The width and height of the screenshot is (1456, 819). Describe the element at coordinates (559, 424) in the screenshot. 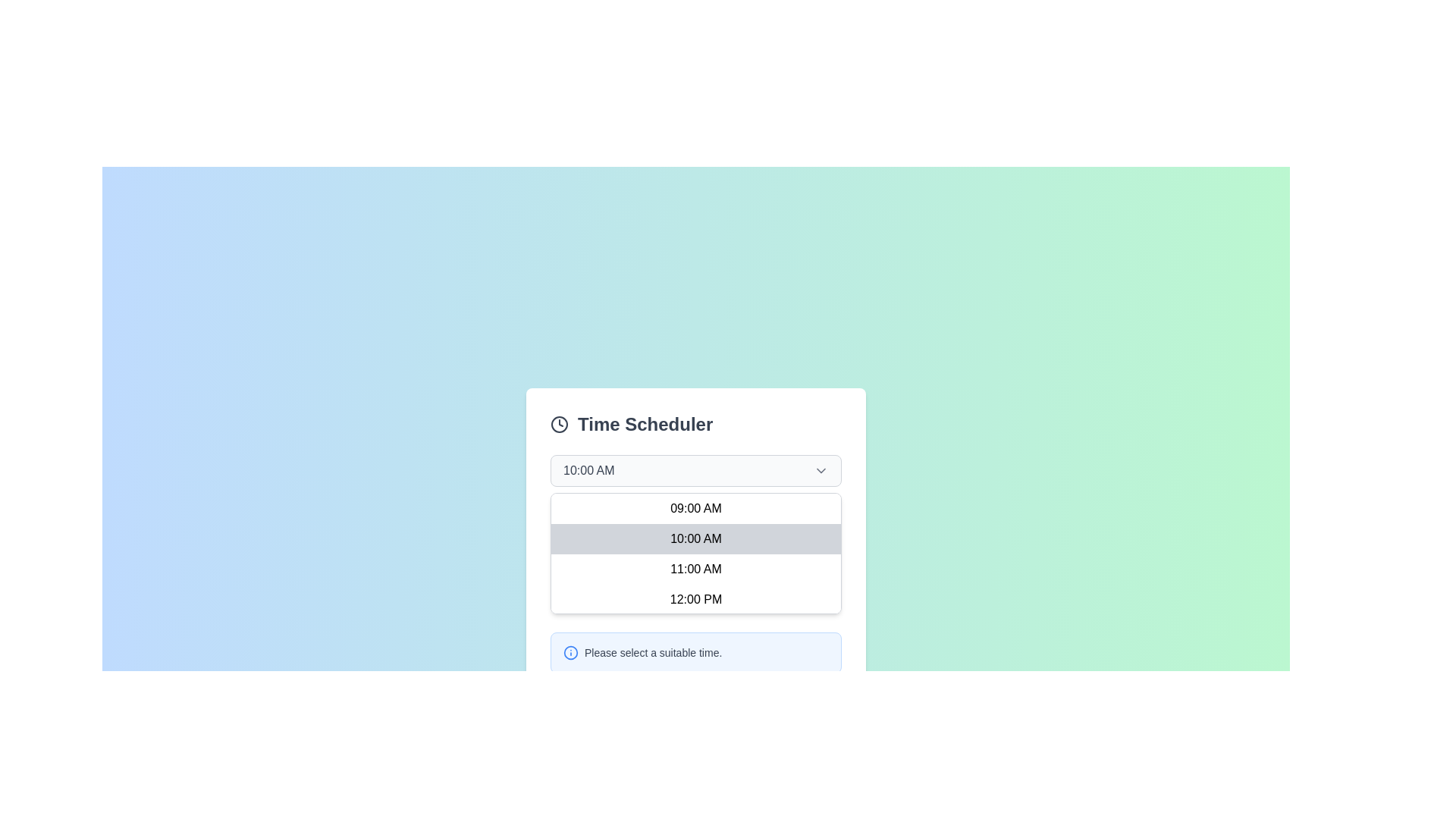

I see `the SVG circle element that is part of the clock icon adjacent to the 'Time Scheduler' title` at that location.